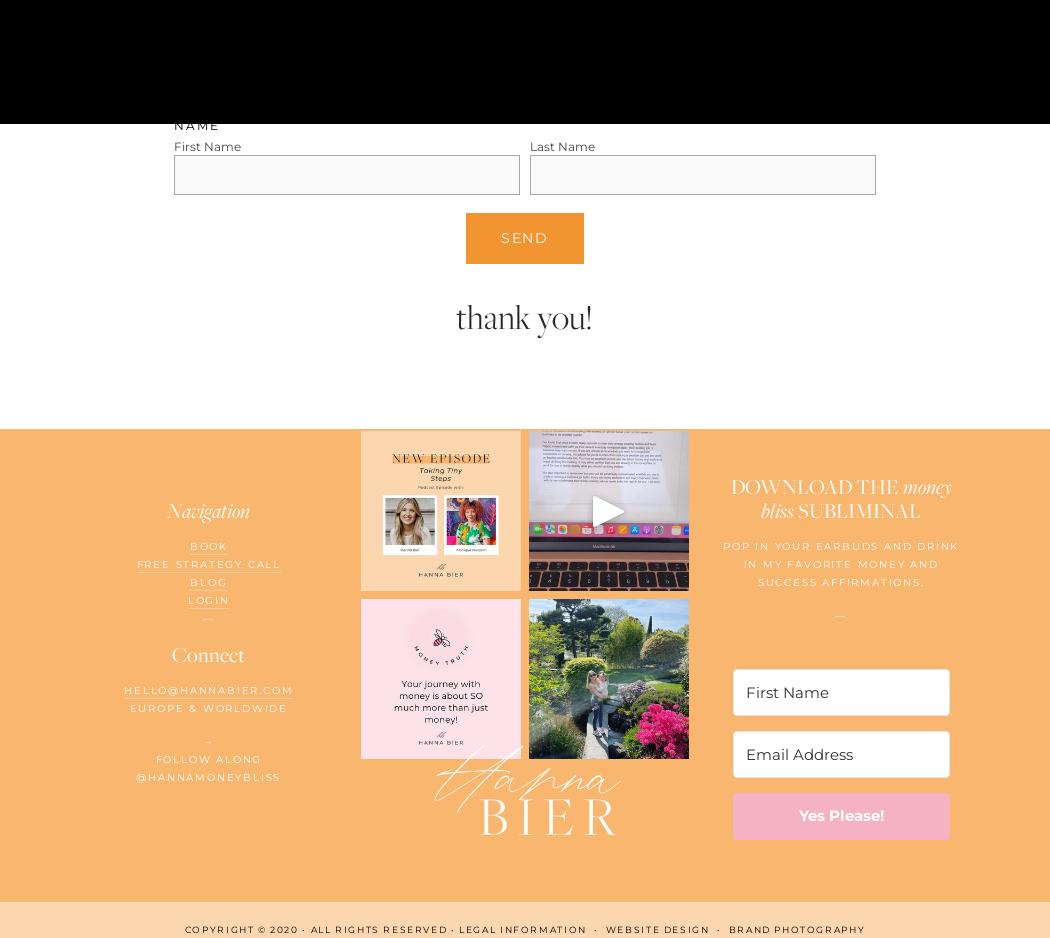  What do you see at coordinates (506, 30) in the screenshot?
I see `'Based on your answers, I would love to write a short testmonial using your own words to publish on my website. Do you agree to this?'` at bounding box center [506, 30].